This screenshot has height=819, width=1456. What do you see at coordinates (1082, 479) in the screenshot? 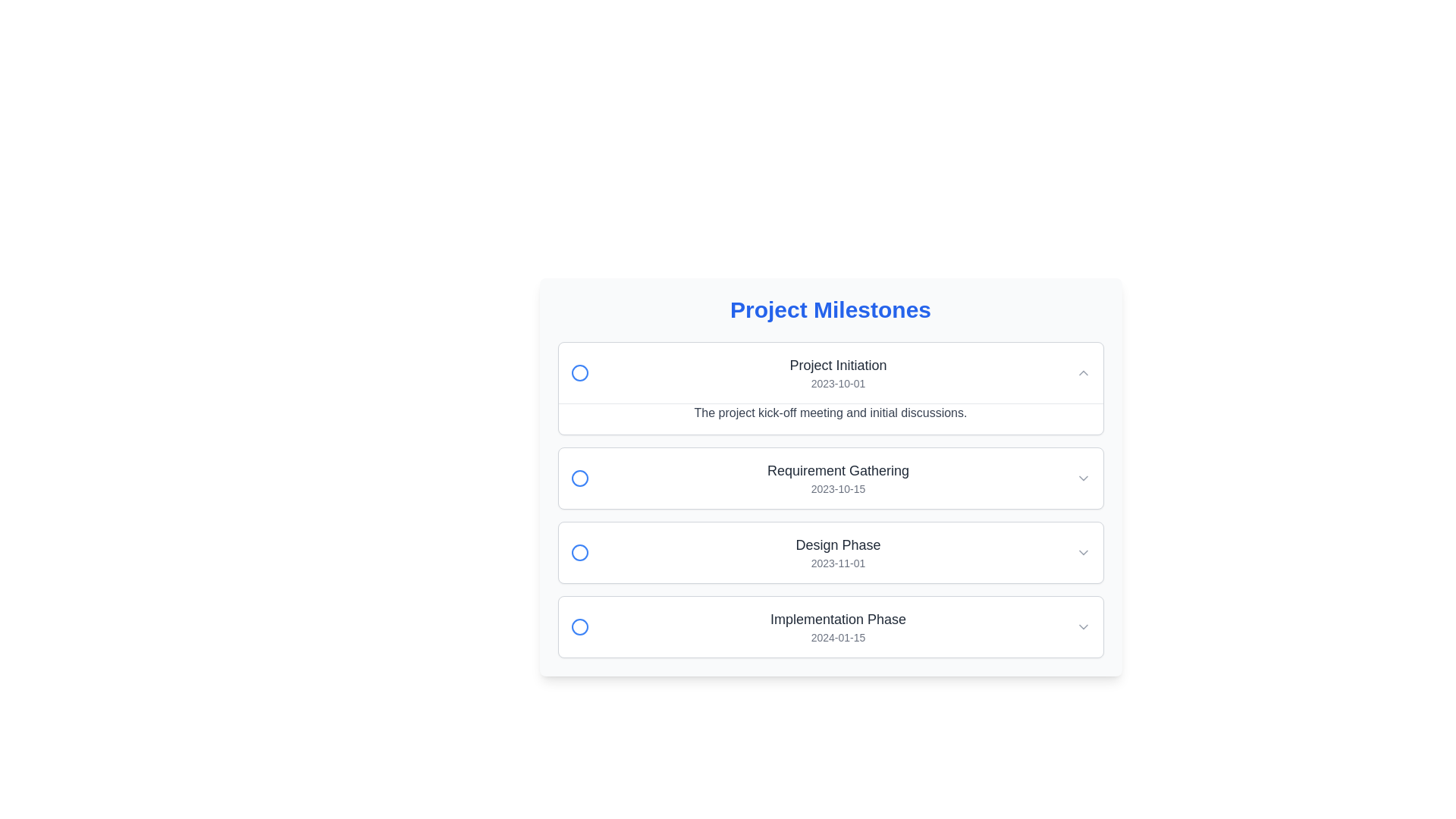
I see `the dropdown chevron icon located at the bottom right corner of the 'Requirement Gathering' card` at bounding box center [1082, 479].